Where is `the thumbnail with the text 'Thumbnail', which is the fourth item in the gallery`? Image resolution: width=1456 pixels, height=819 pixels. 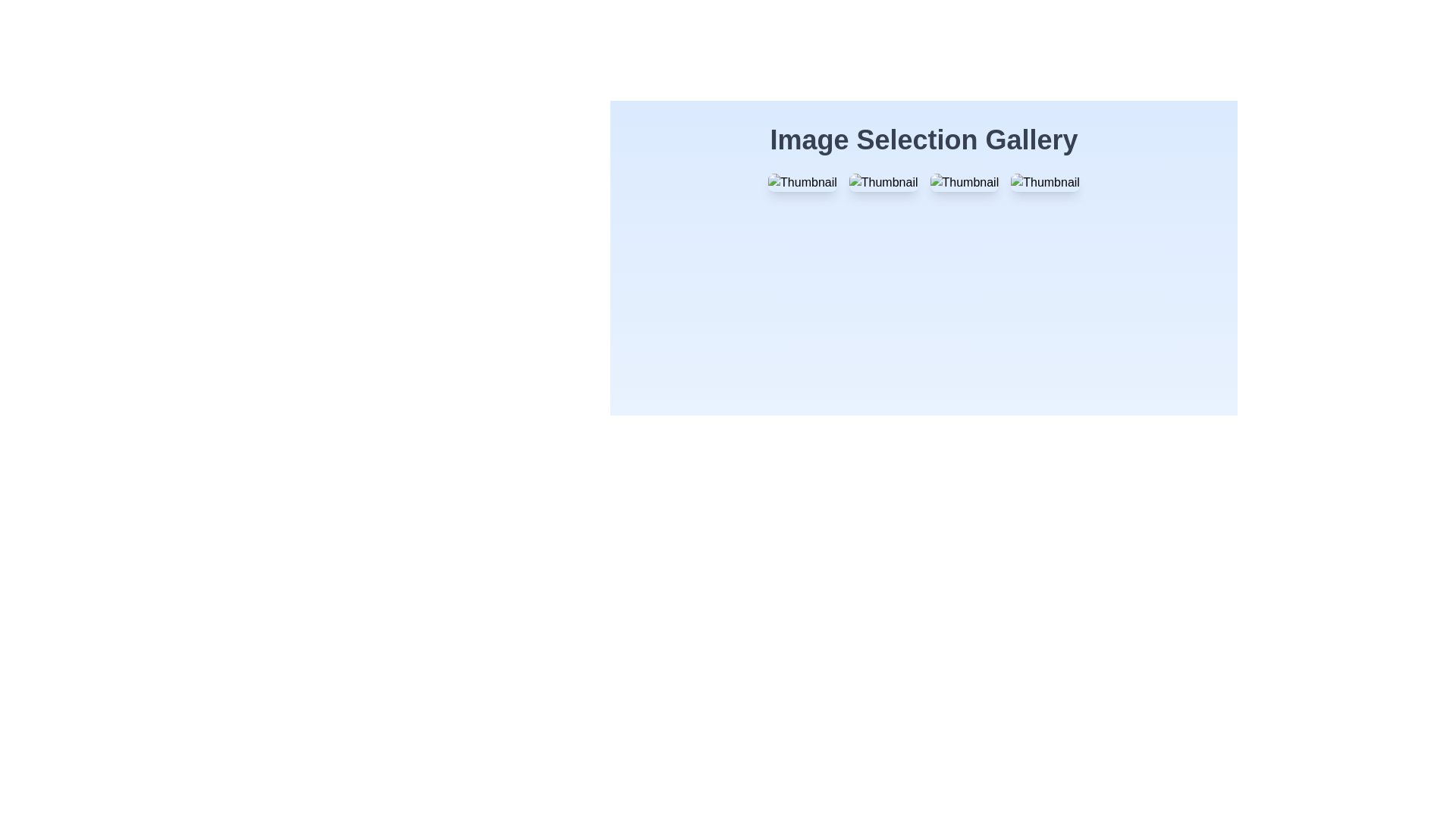
the thumbnail with the text 'Thumbnail', which is the fourth item in the gallery is located at coordinates (1044, 181).